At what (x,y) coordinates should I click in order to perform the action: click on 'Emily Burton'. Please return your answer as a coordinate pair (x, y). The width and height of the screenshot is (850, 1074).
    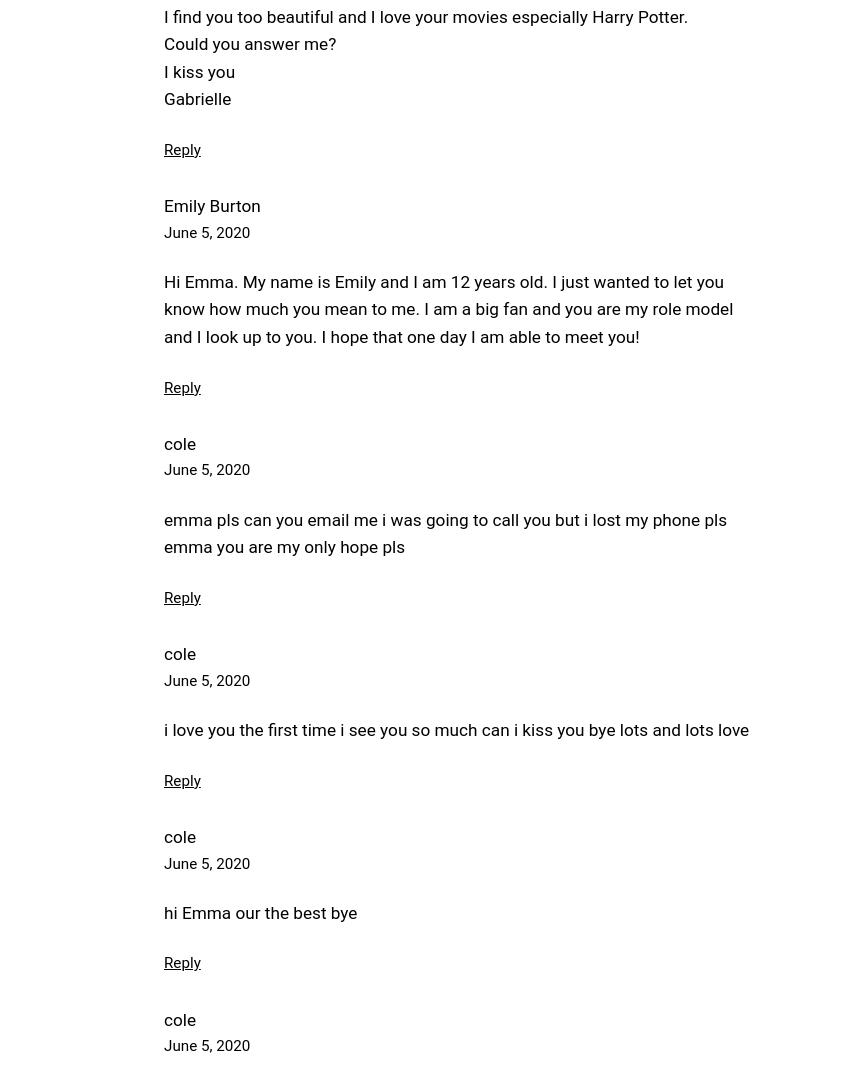
    Looking at the image, I should click on (163, 205).